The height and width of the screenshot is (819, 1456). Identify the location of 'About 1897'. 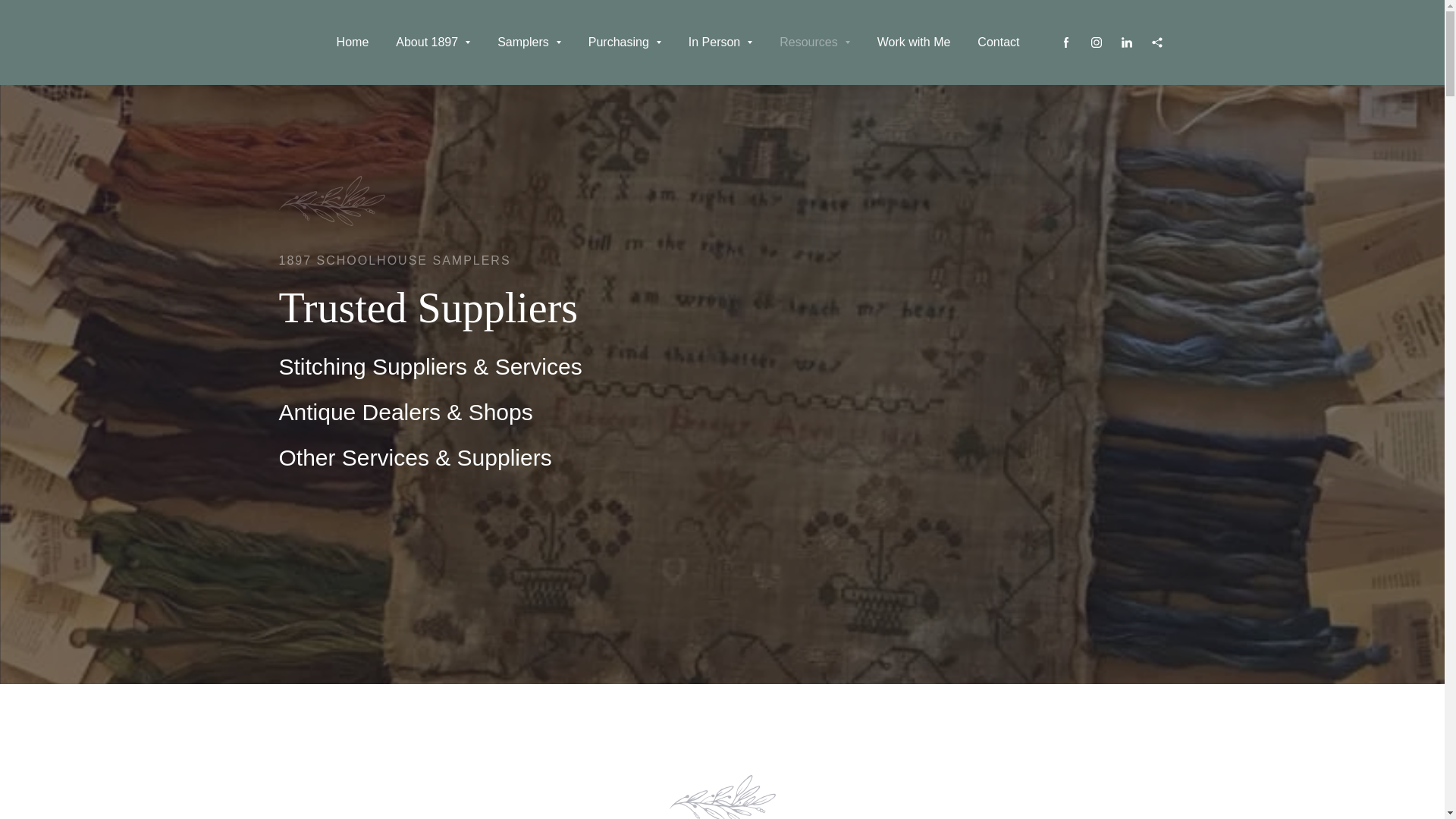
(432, 42).